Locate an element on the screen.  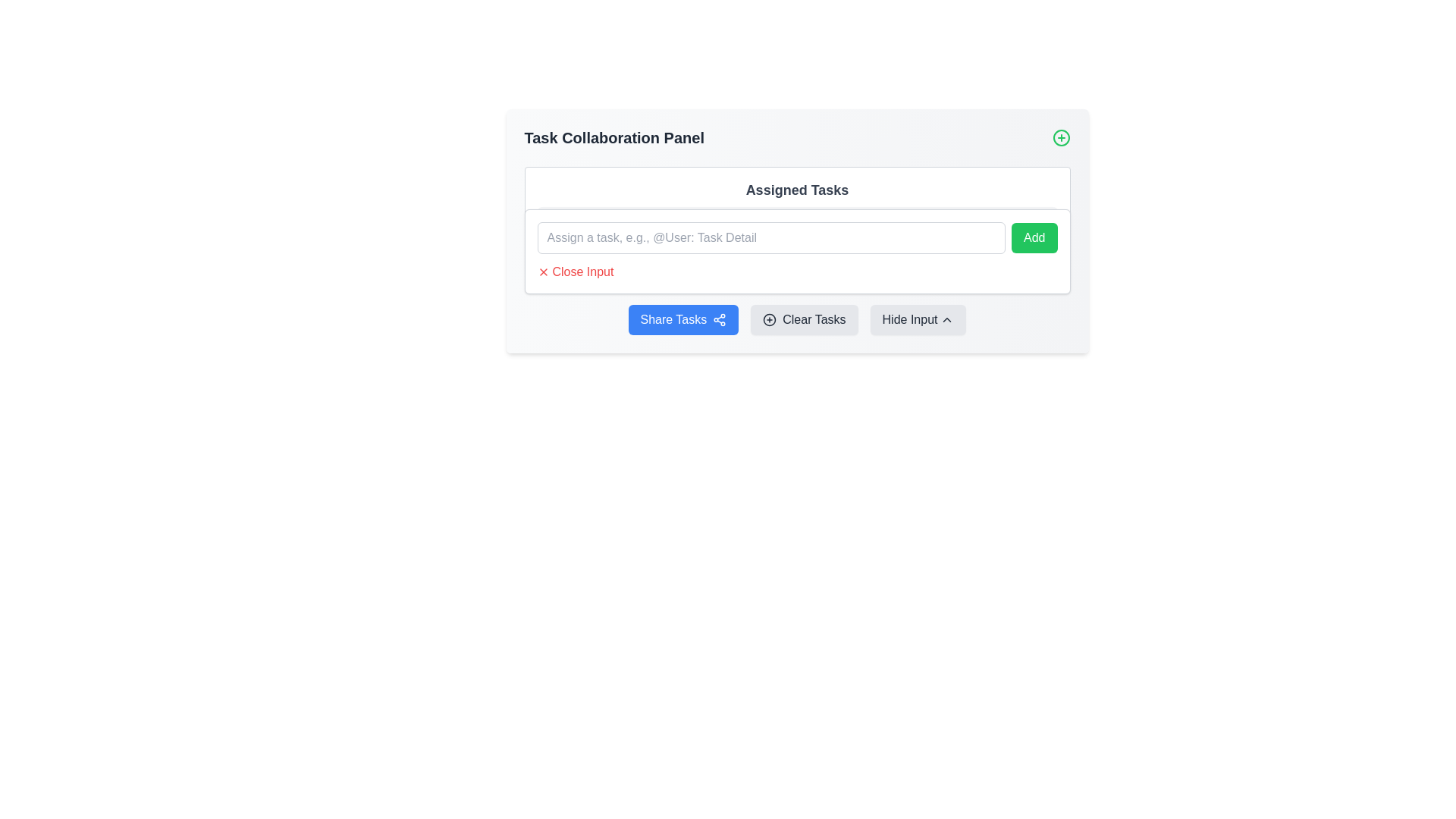
the Chevron-Up icon located within the 'Hide Input' button, which serves as a visual indicator for a collapsible action is located at coordinates (946, 318).